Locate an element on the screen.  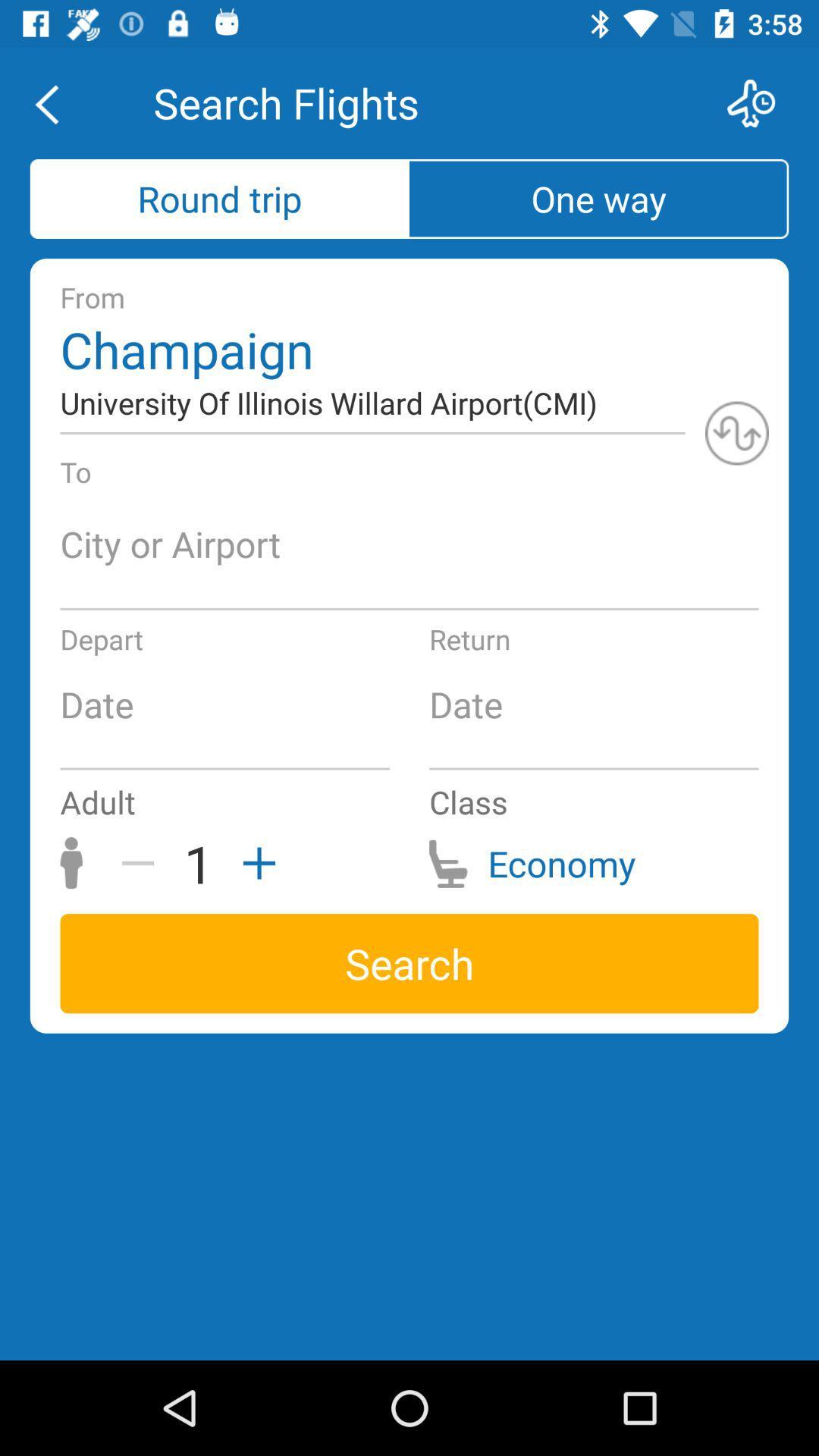
the icon above search item is located at coordinates (143, 863).